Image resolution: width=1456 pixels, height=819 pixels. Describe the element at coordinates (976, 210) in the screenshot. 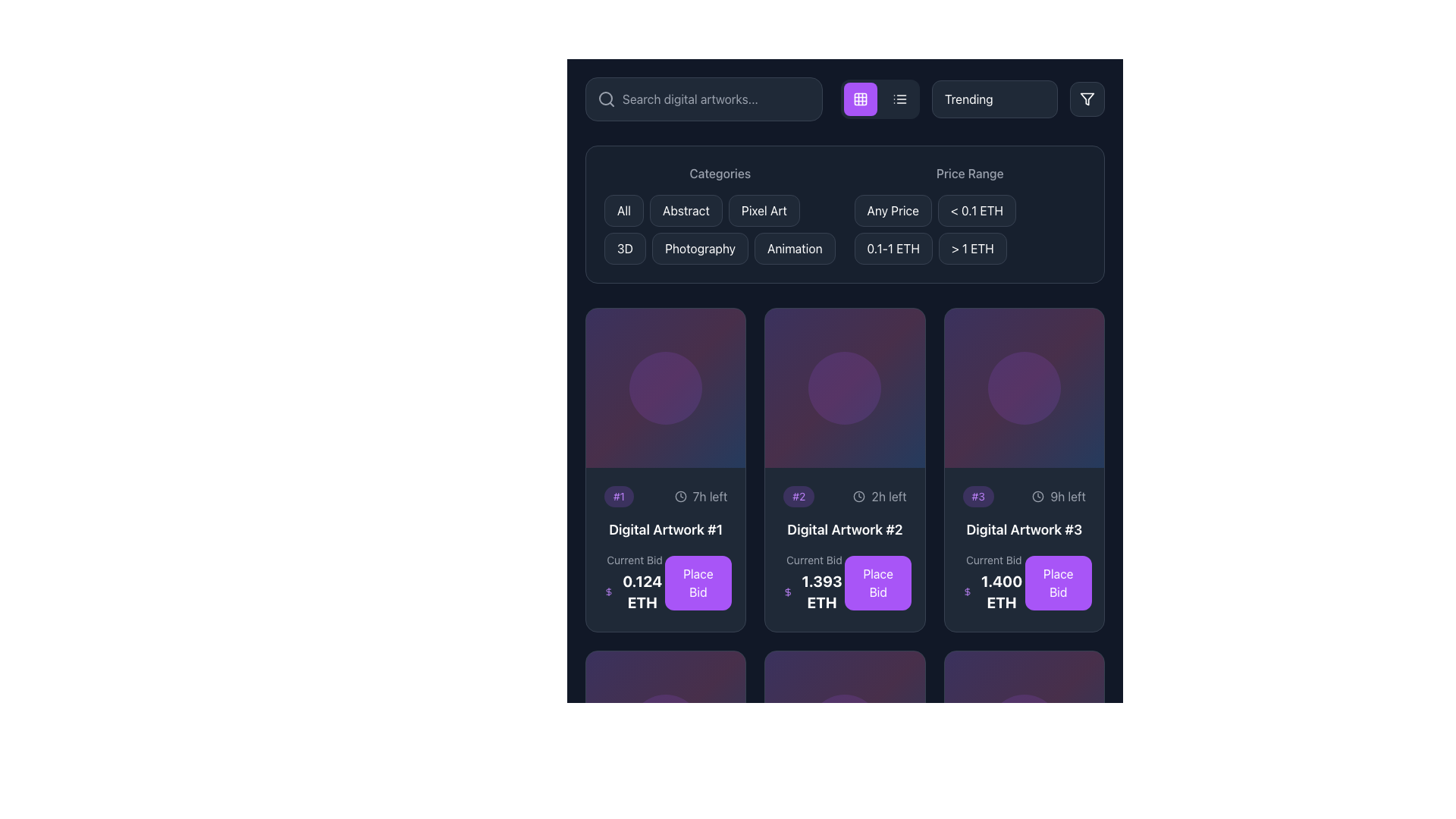

I see `the second button in the 'Price Range' section to apply the filter for items priced below 0.1 ETH` at that location.